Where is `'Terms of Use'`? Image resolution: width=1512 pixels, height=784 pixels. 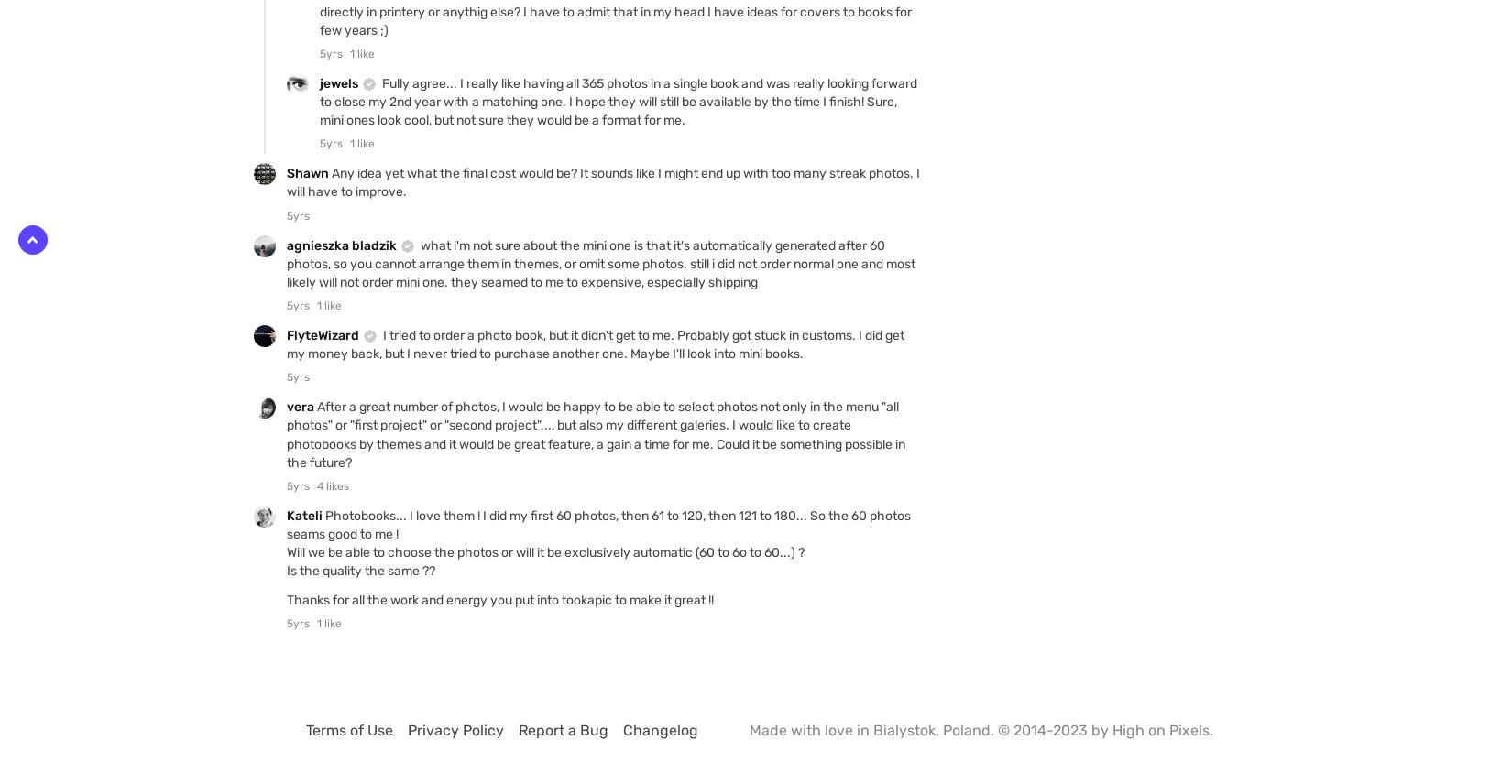 'Terms of Use' is located at coordinates (349, 730).